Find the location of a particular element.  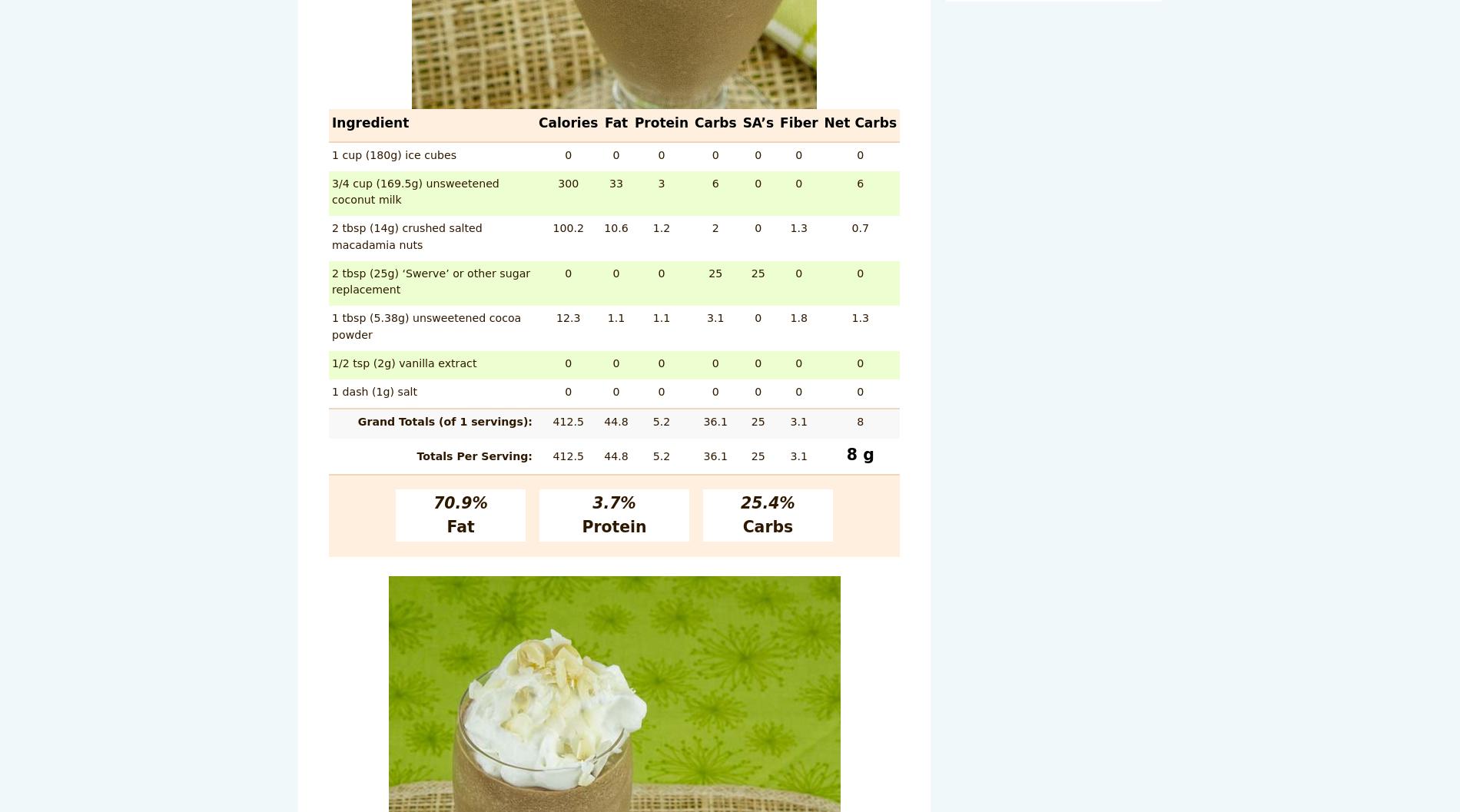

'1 tbsp (5.38g)  unsweetened cocoa powder' is located at coordinates (426, 325).